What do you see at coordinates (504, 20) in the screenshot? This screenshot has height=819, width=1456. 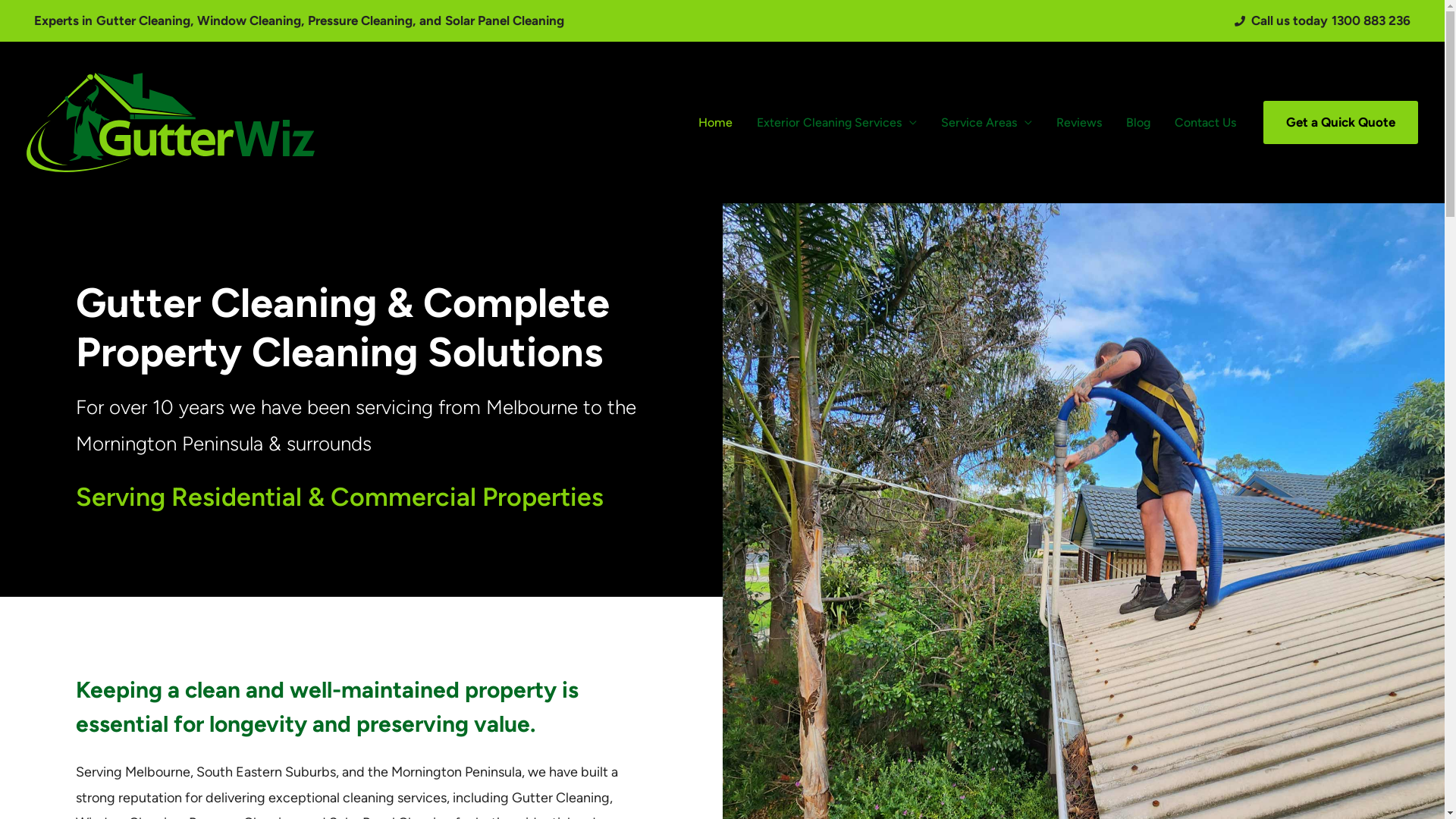 I see `'Solar Panel Cleaning'` at bounding box center [504, 20].